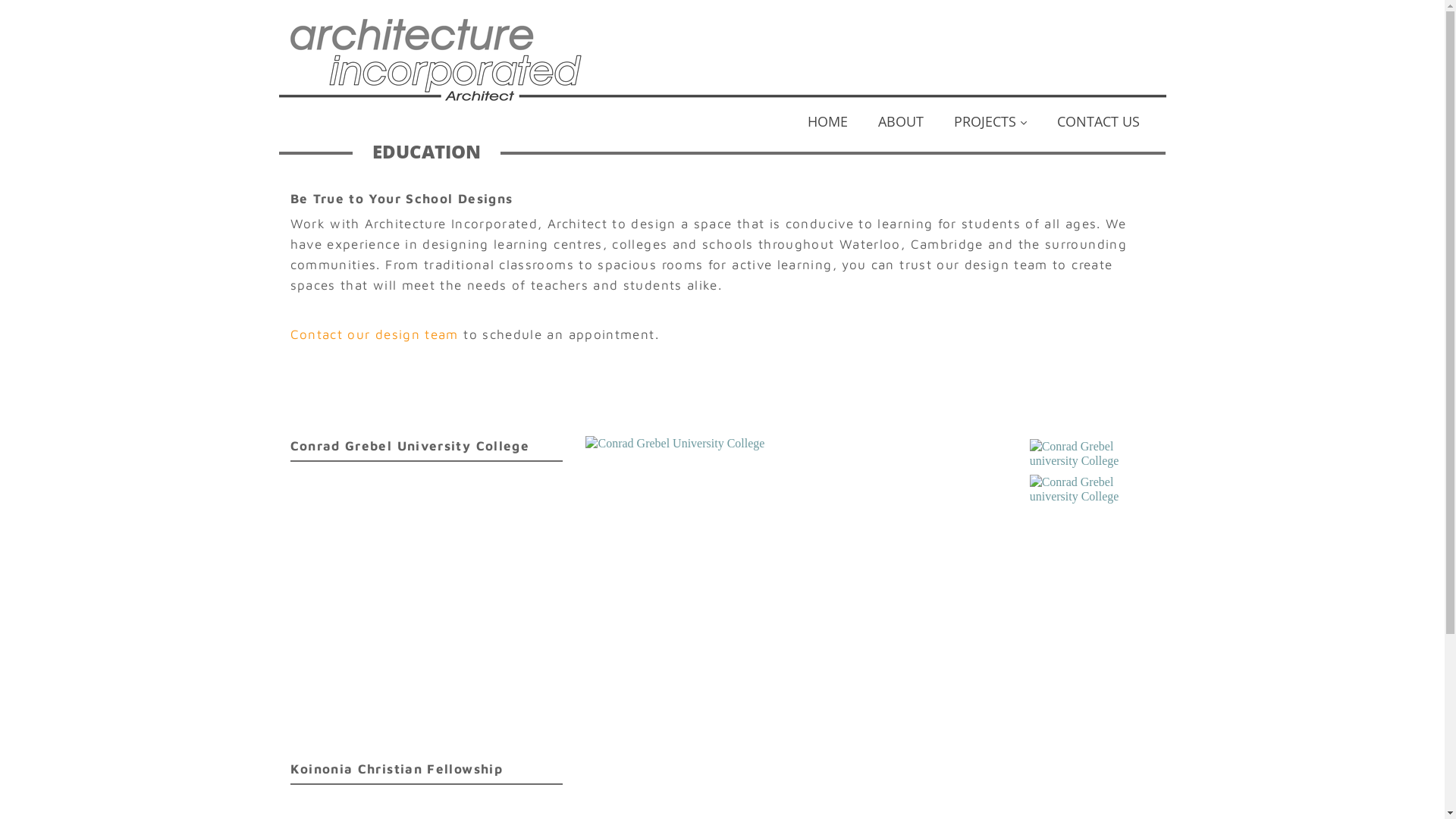 Image resolution: width=1456 pixels, height=819 pixels. What do you see at coordinates (1098, 124) in the screenshot?
I see `'CONTACT US'` at bounding box center [1098, 124].